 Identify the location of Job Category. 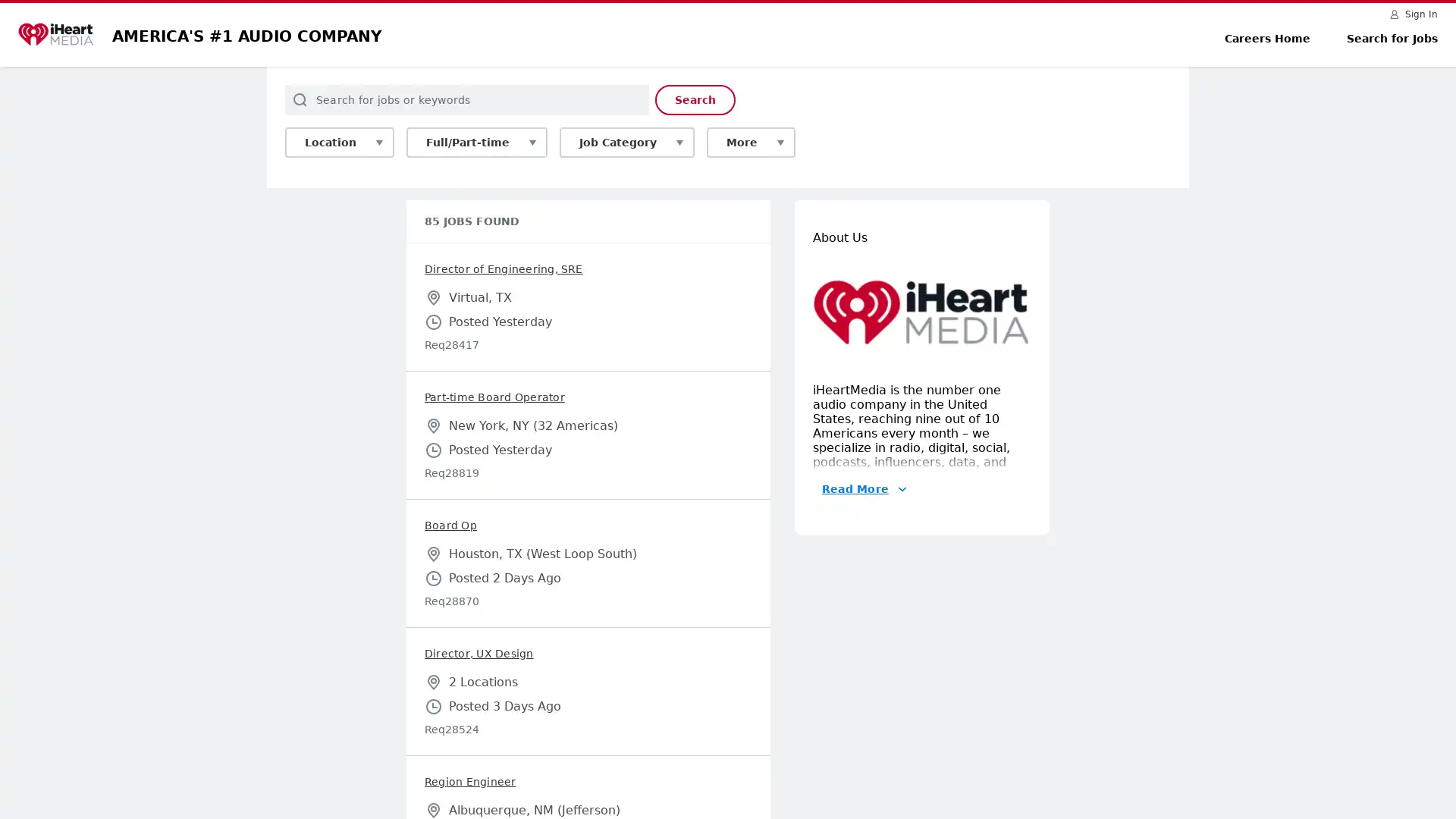
(595, 423).